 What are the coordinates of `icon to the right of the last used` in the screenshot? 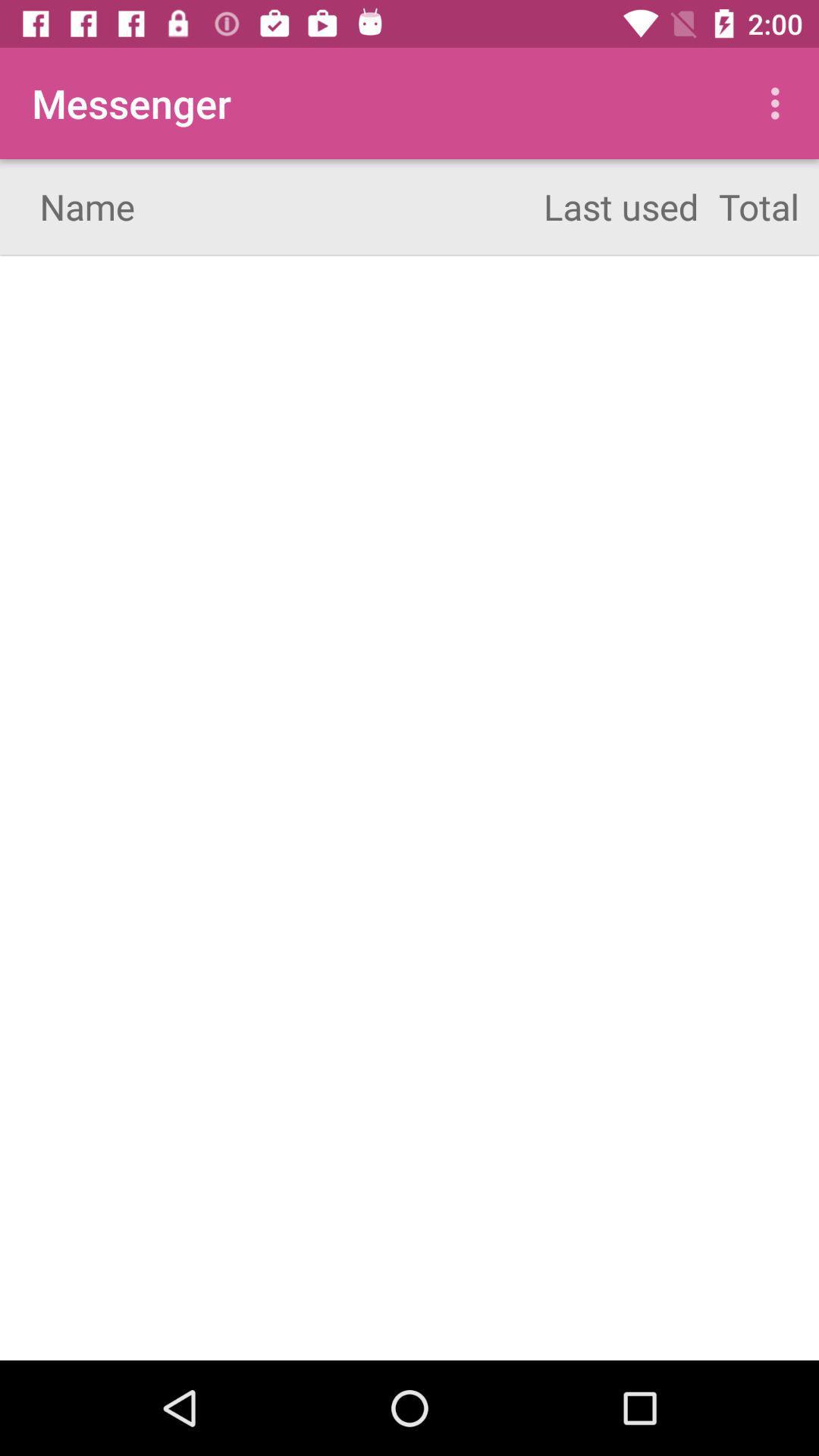 It's located at (779, 102).